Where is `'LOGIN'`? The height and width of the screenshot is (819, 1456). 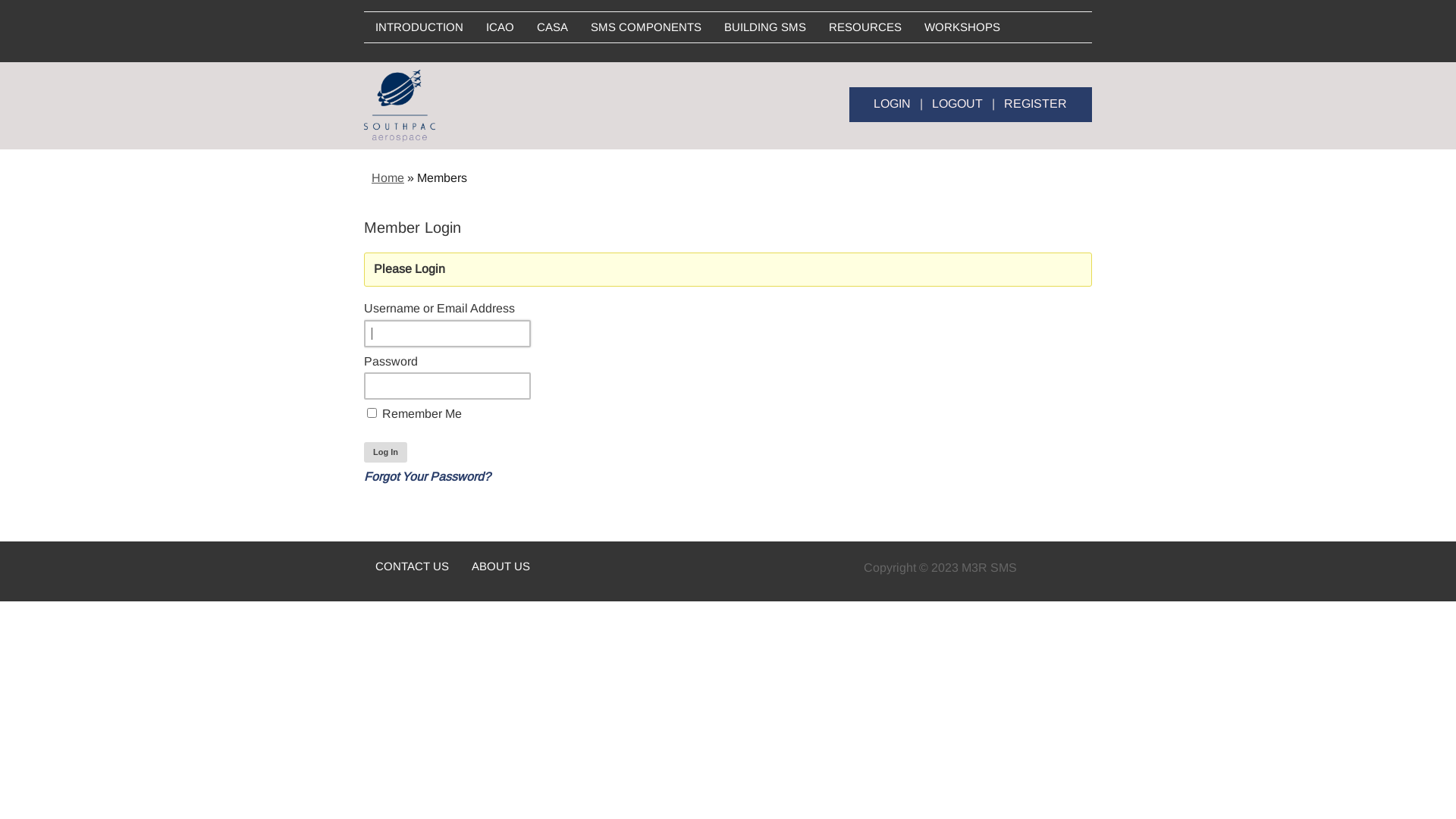
'LOGIN' is located at coordinates (892, 102).